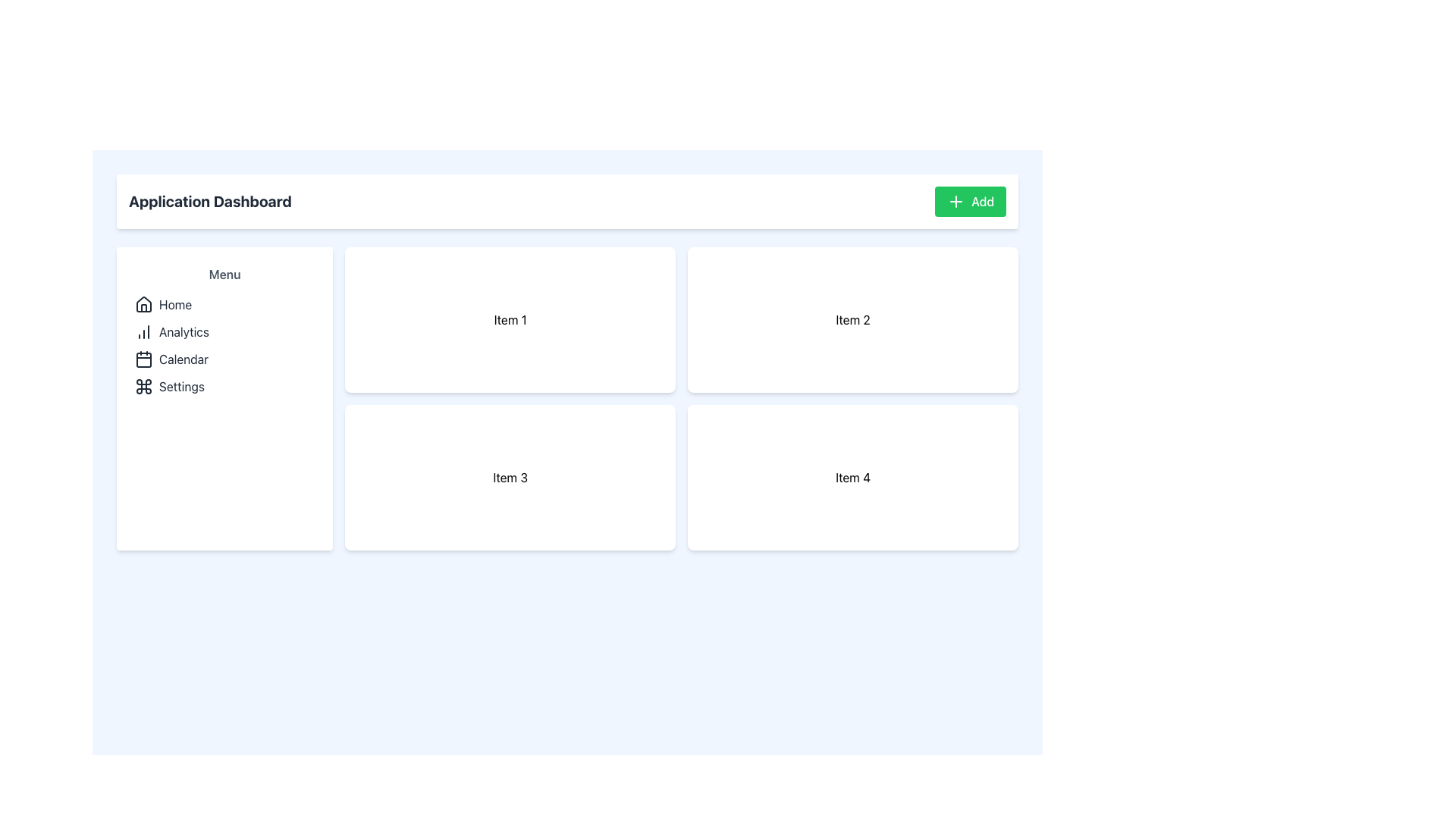  Describe the element at coordinates (955, 201) in the screenshot. I see `the '+' icon located inside the 'Add' button, which has a green background and a white crosshair mark` at that location.